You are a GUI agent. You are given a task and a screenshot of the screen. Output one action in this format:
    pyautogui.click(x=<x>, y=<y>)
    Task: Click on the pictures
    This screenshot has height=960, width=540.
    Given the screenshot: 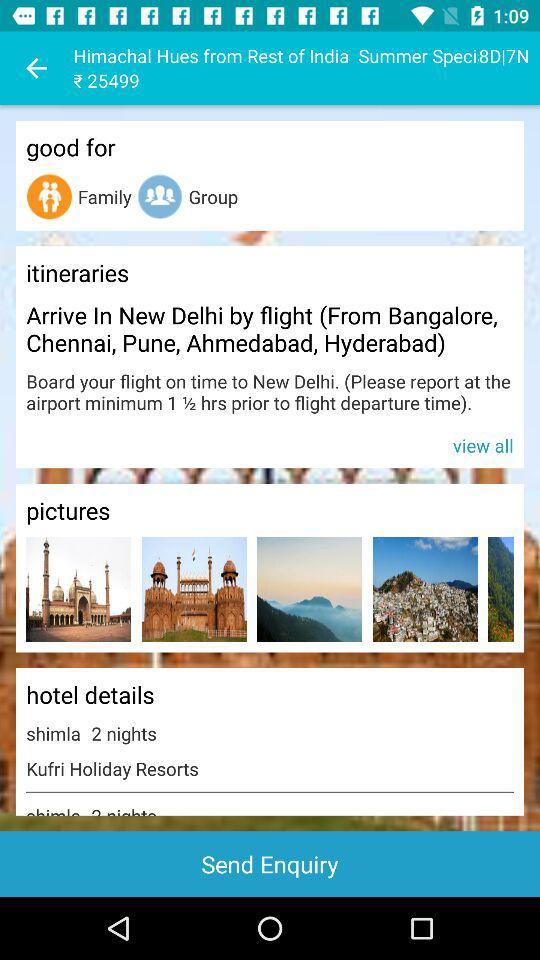 What is the action you would take?
    pyautogui.click(x=77, y=589)
    